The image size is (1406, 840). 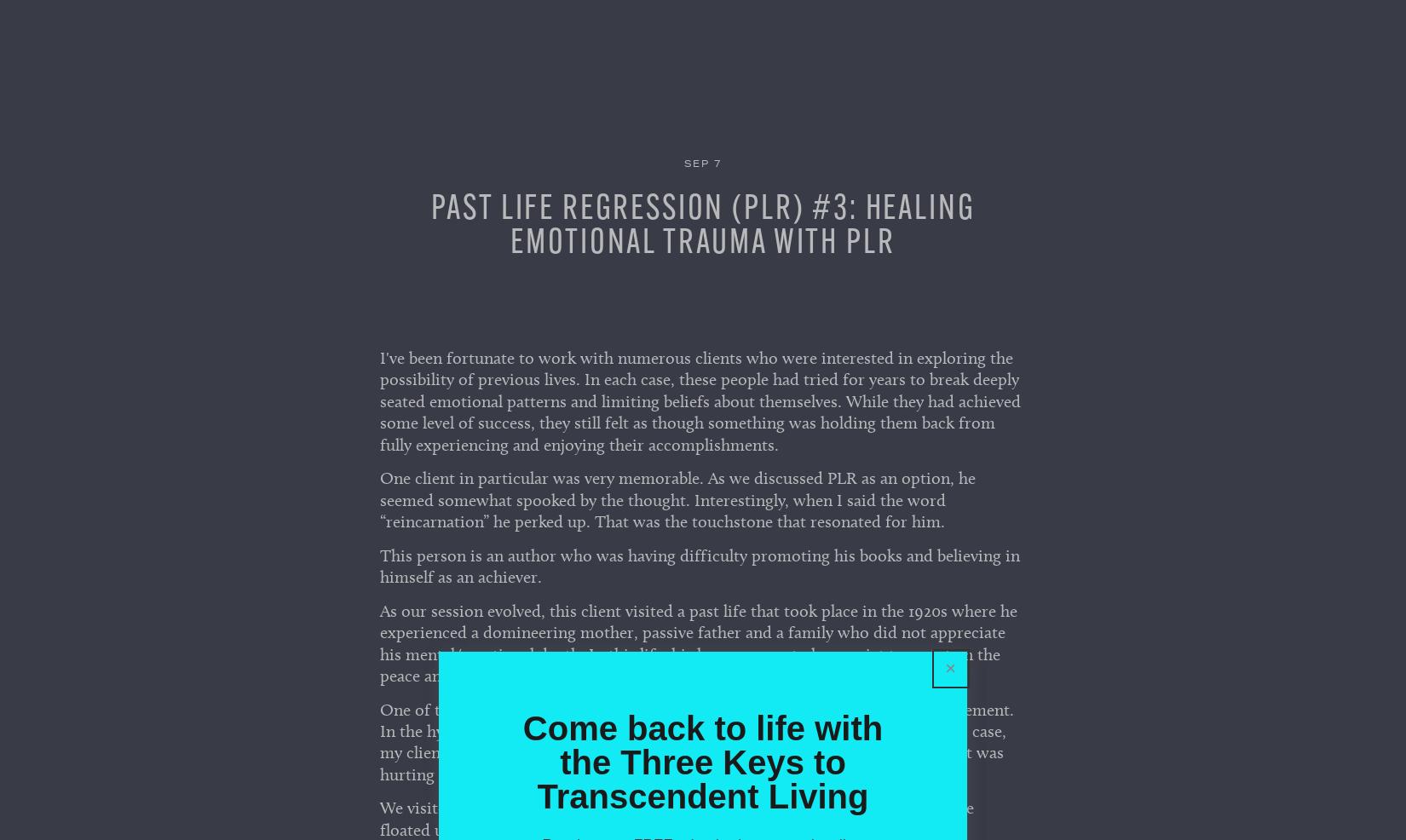 I want to click on 'As our session evolved, this client visited a past life that took place in the 1920s where he experienced a domineering mother, passive father and a family who did not appreciate his mental/emotional depth. In this life, his lessons were to keep quiet to maintain the peace and put his desires second to those of others. In short, he didn't matter.', so click(x=697, y=647).